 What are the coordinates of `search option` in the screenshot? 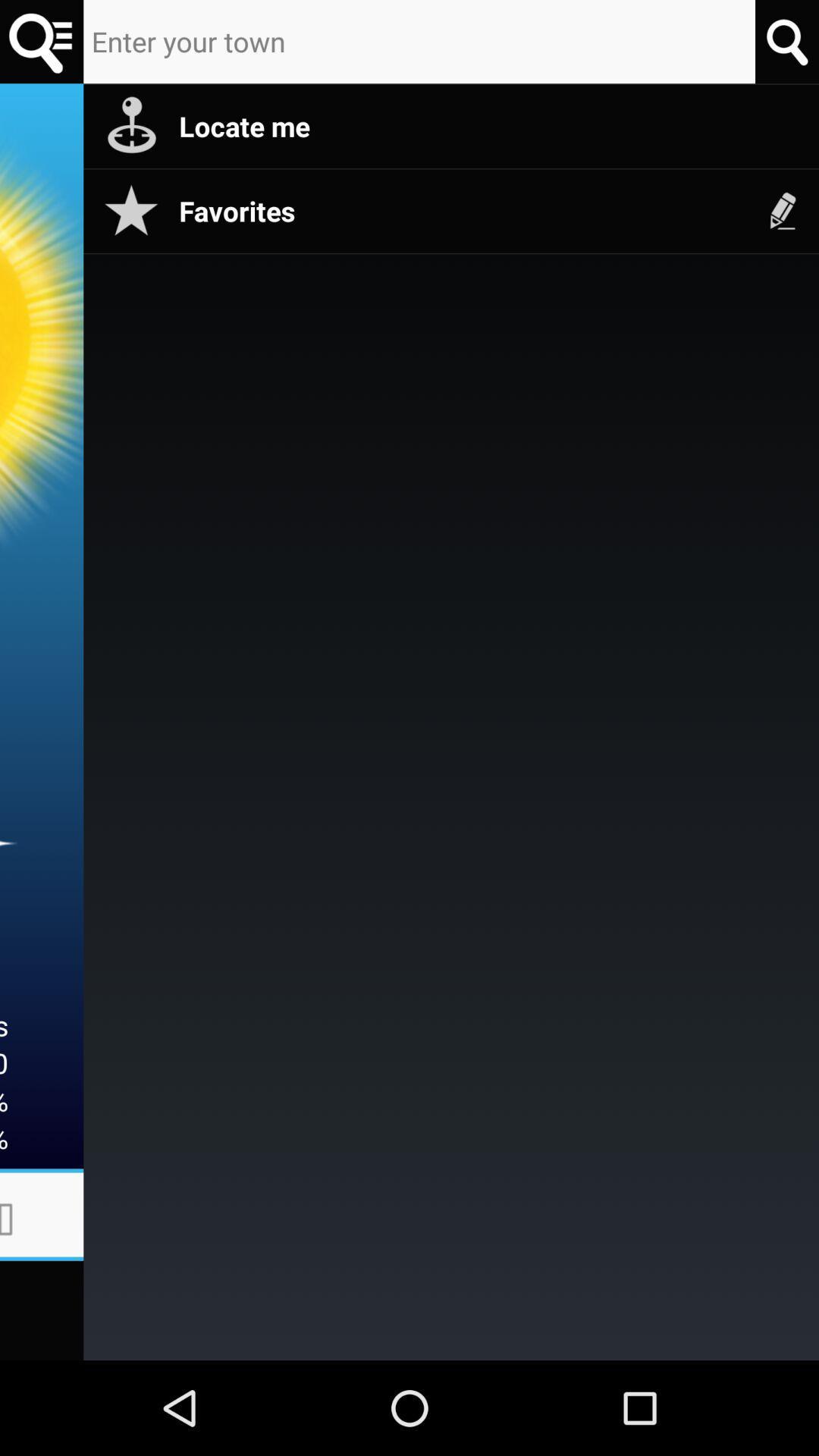 It's located at (786, 41).